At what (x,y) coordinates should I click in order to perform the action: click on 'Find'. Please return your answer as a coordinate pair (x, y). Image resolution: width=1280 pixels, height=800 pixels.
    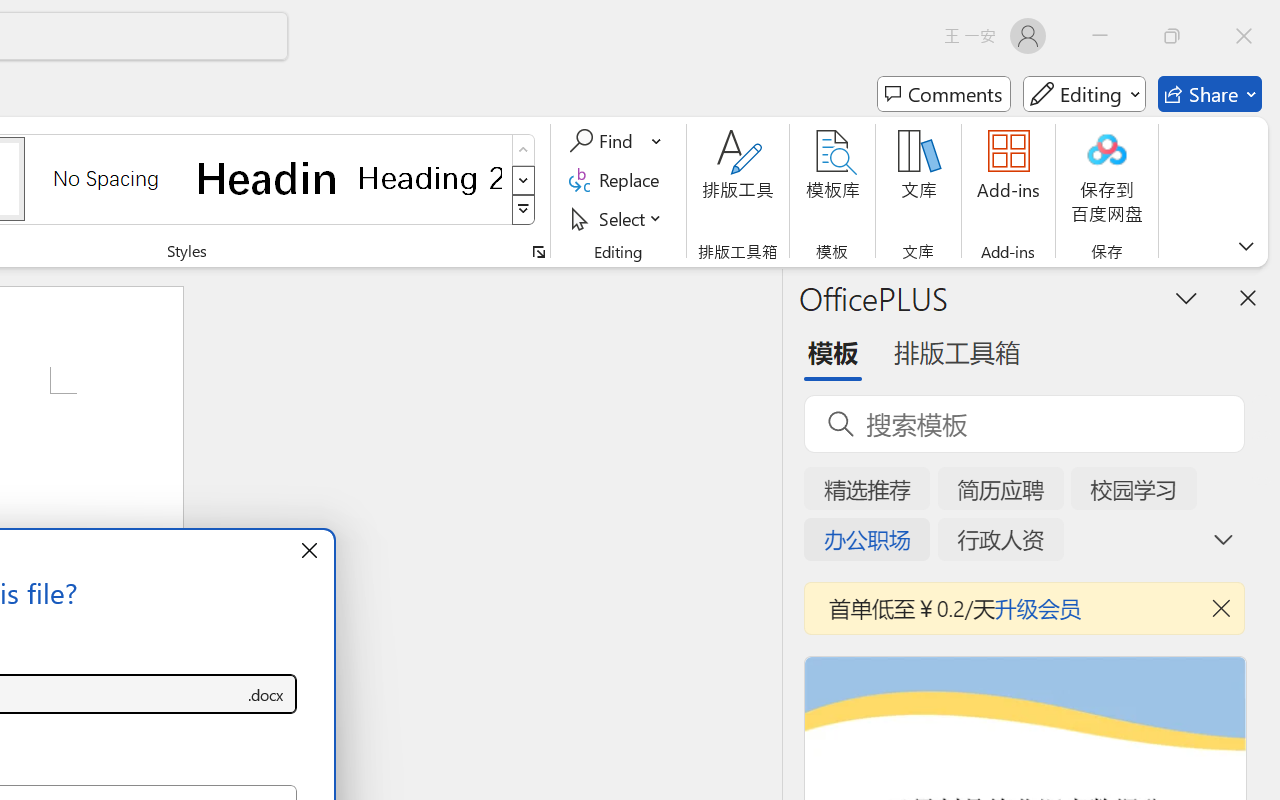
    Looking at the image, I should click on (615, 141).